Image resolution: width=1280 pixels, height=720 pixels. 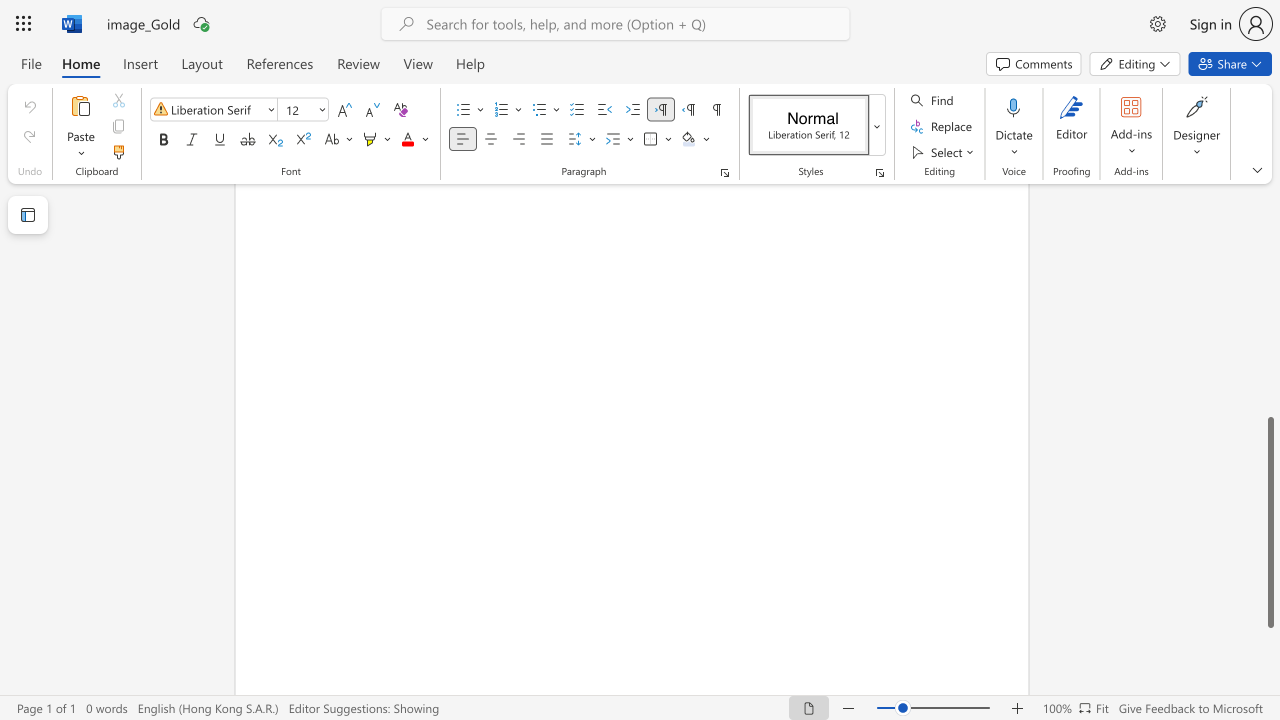 I want to click on the scrollbar to scroll the page up, so click(x=1269, y=400).